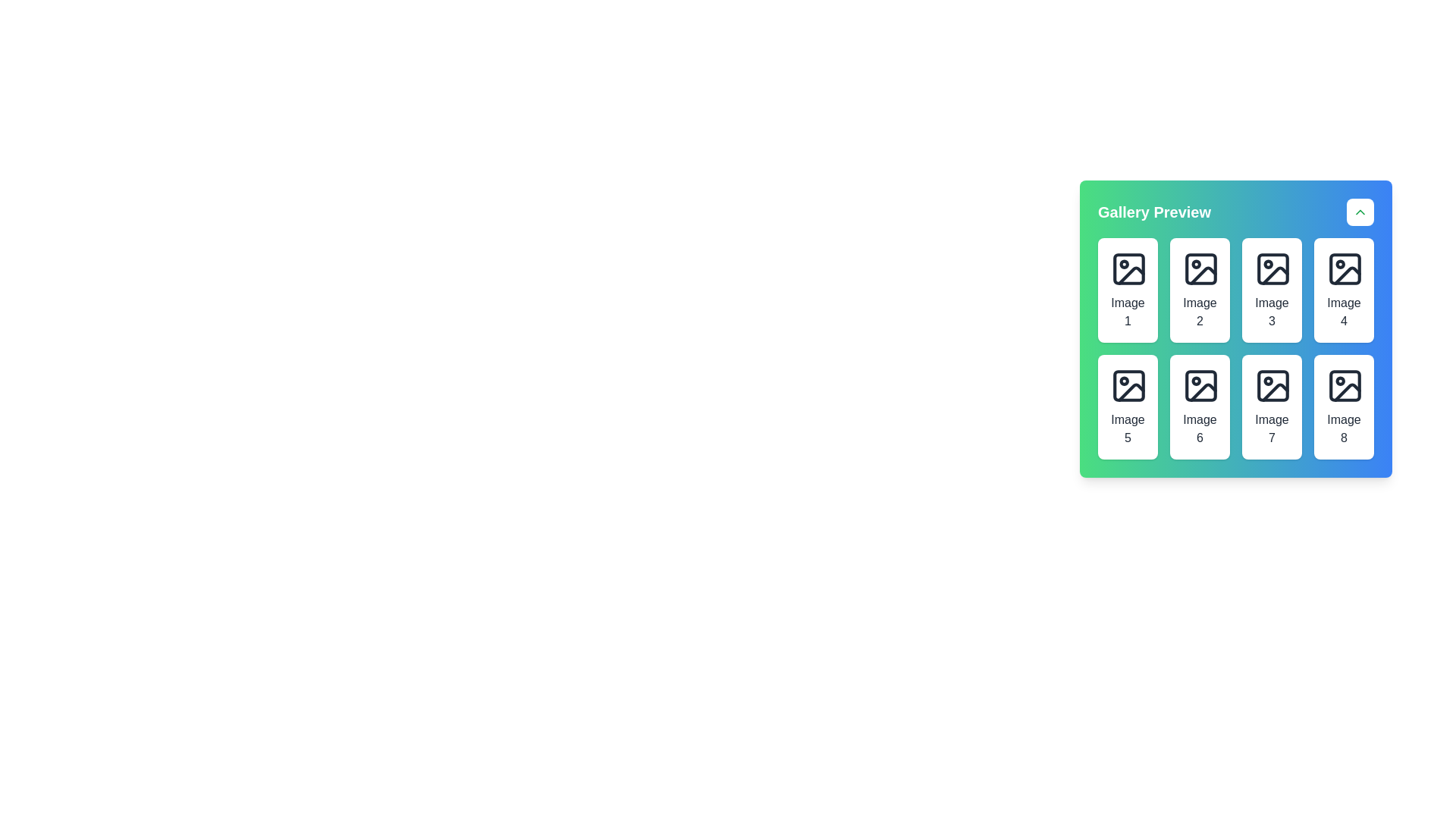 The image size is (1456, 819). Describe the element at coordinates (1199, 312) in the screenshot. I see `the text label located beneath the image icon in the second item of the first row of the grid layout` at that location.